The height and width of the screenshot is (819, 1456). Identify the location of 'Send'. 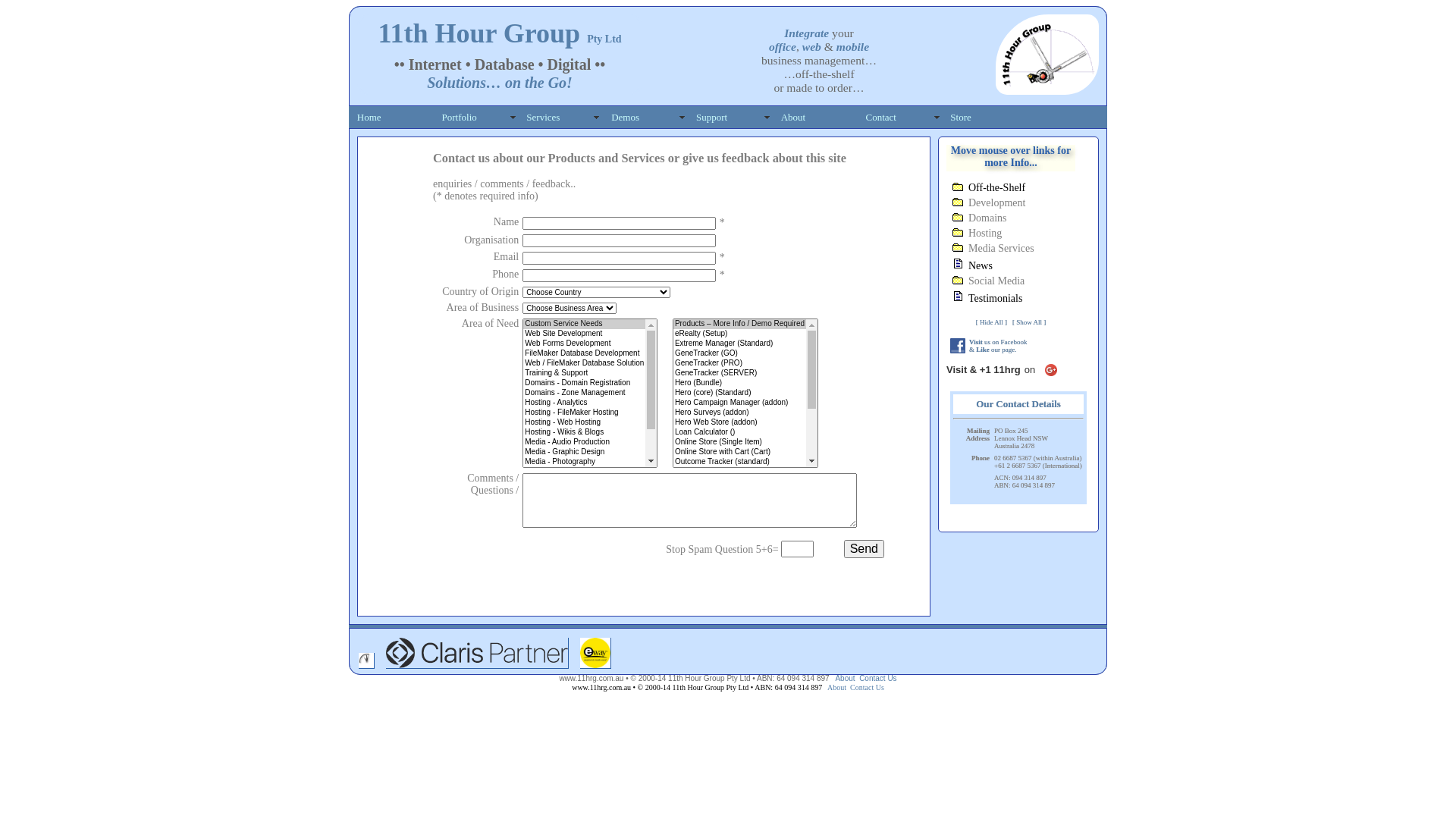
(864, 549).